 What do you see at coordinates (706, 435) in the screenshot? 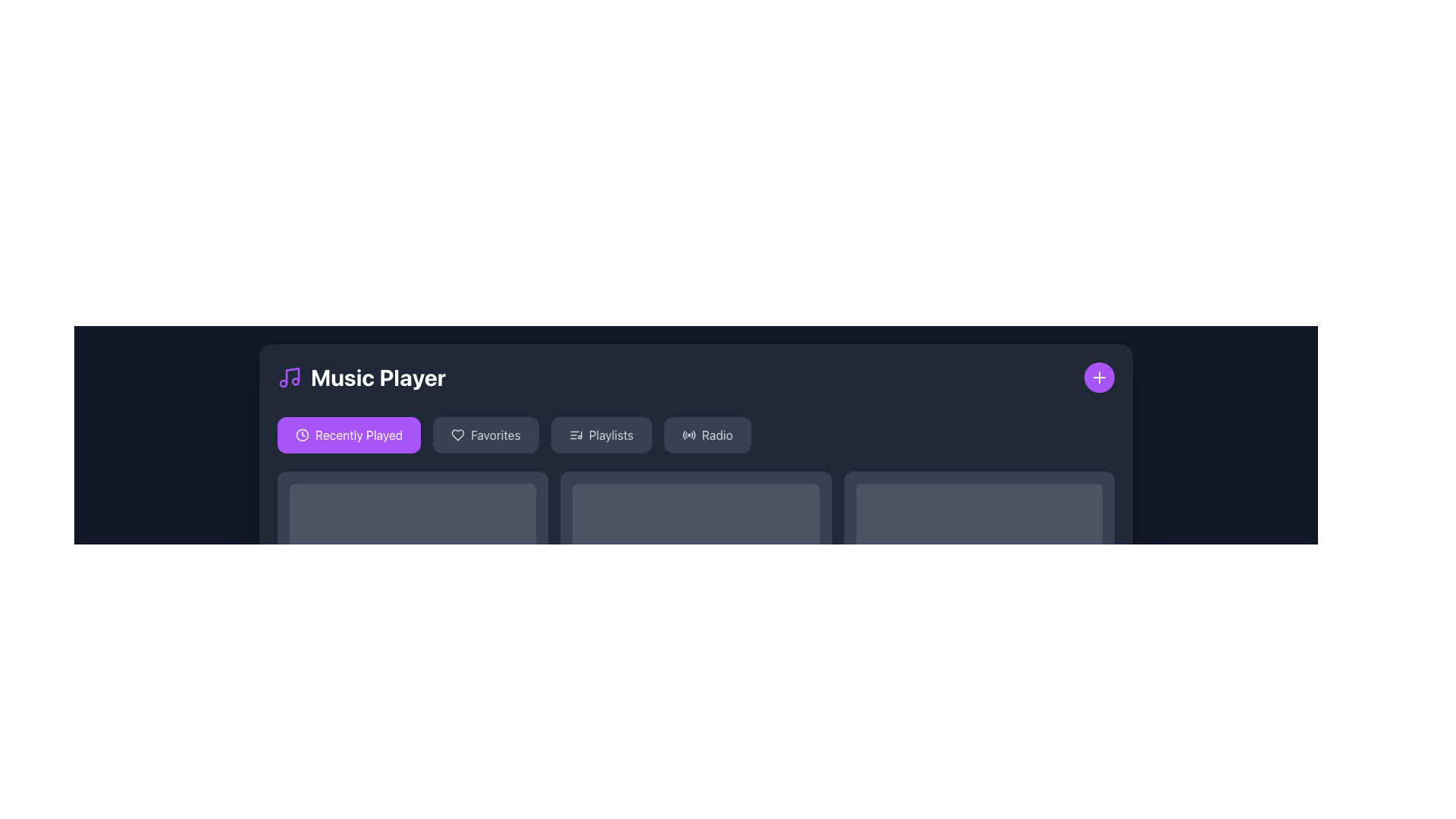
I see `the 'Radio' button, which has a rectangular shape with a dark gray background and light gray text and icon, located to the right of the 'Playlists' button` at bounding box center [706, 435].